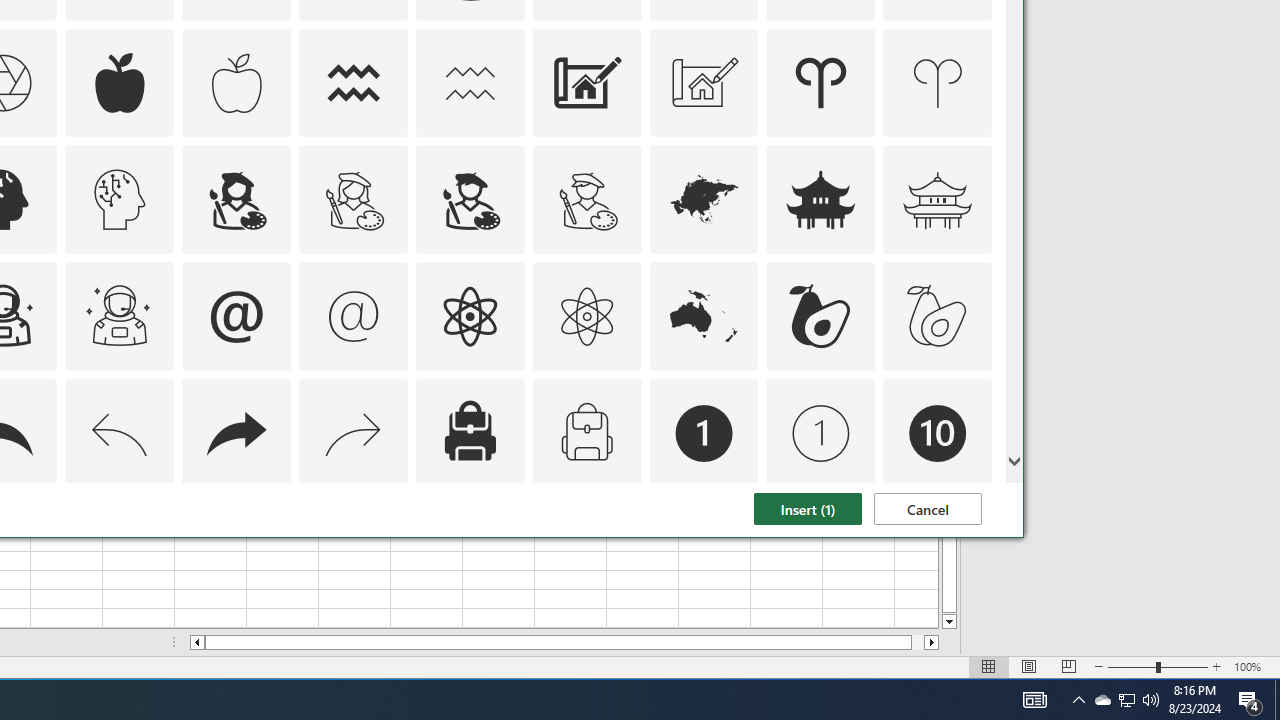 Image resolution: width=1280 pixels, height=720 pixels. I want to click on 'Notification Chevron', so click(1078, 698).